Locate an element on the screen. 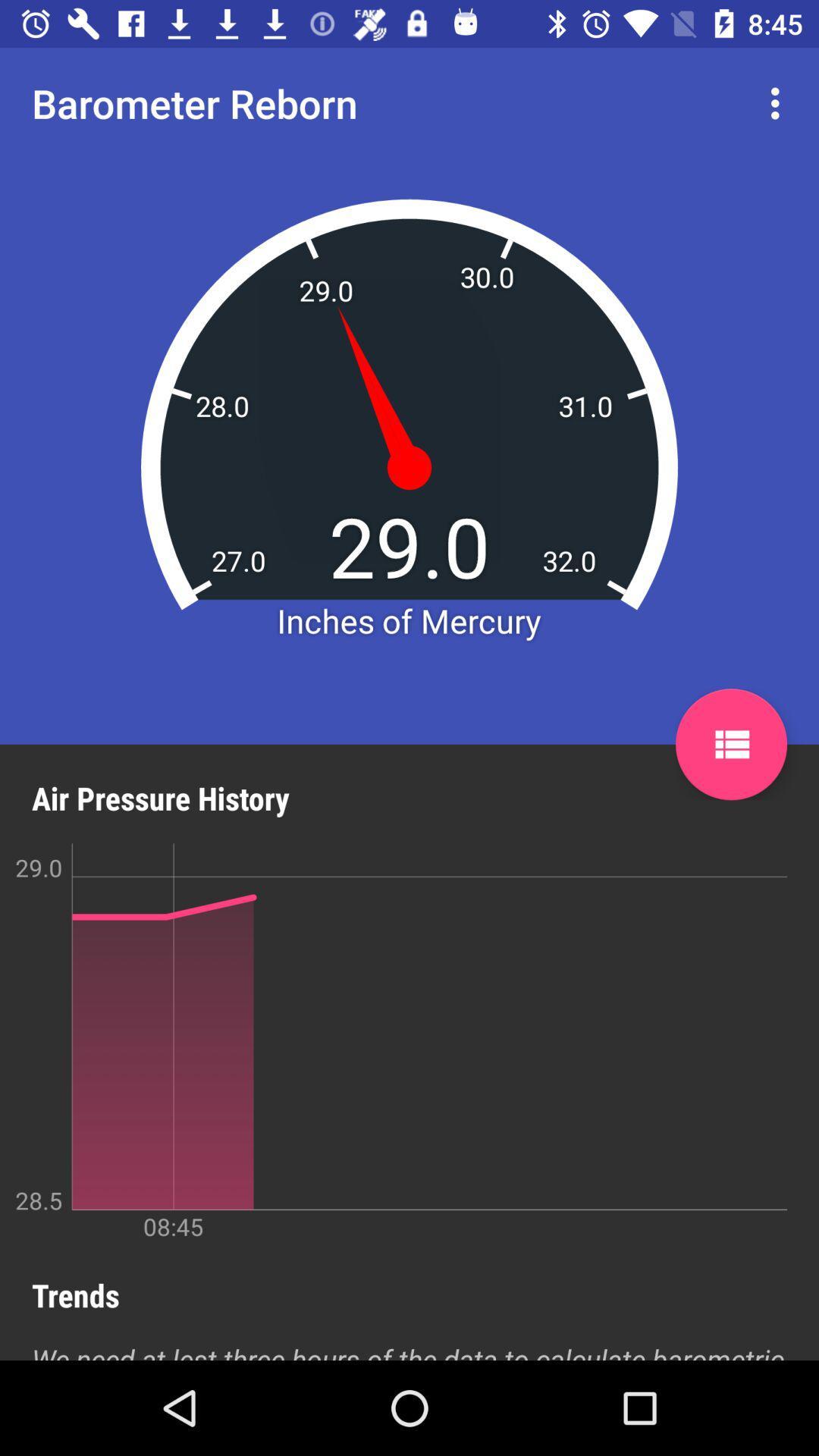 Image resolution: width=819 pixels, height=1456 pixels. the item next to the barometer reborn is located at coordinates (779, 102).